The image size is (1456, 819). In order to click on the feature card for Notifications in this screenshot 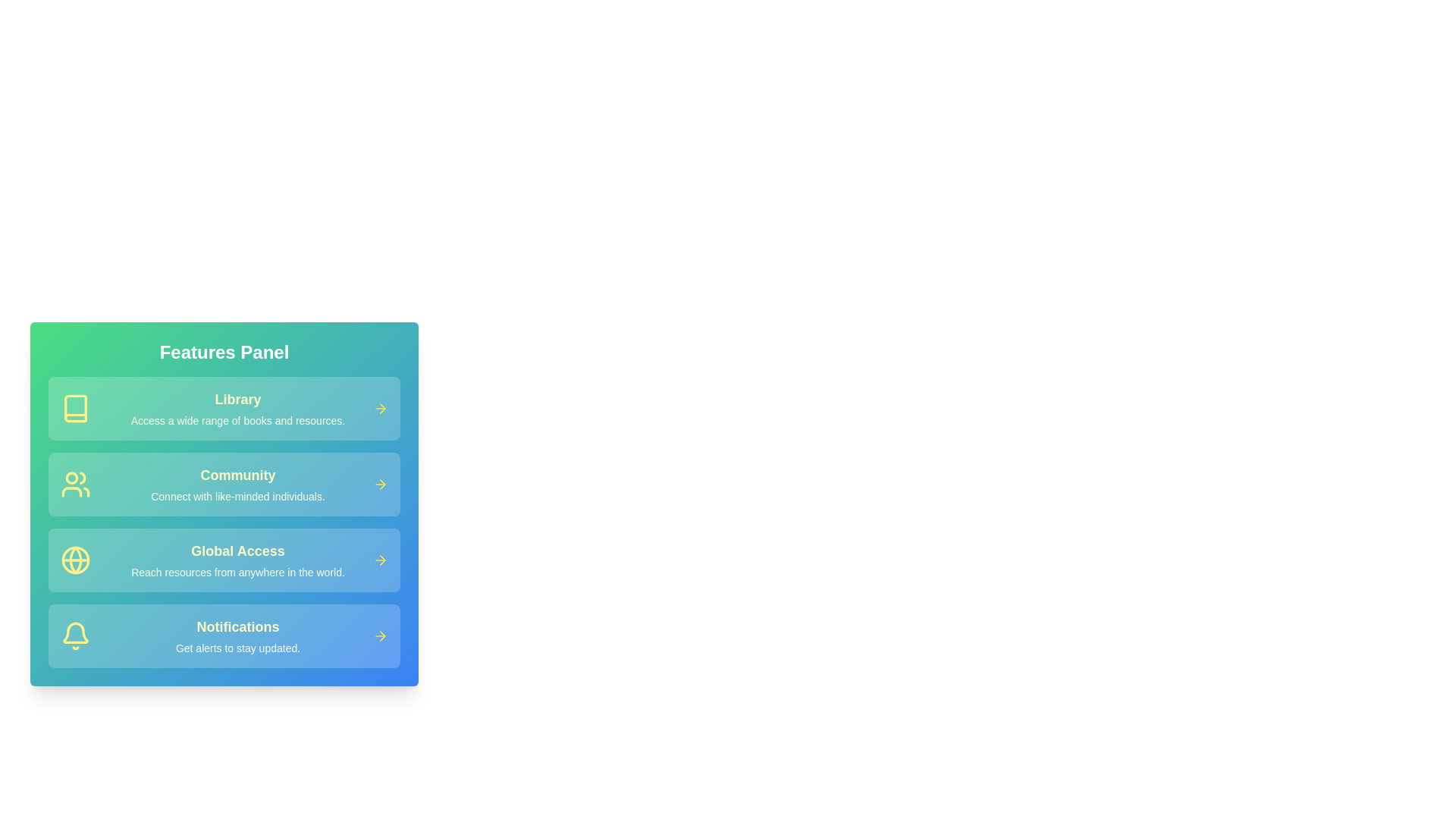, I will do `click(224, 636)`.